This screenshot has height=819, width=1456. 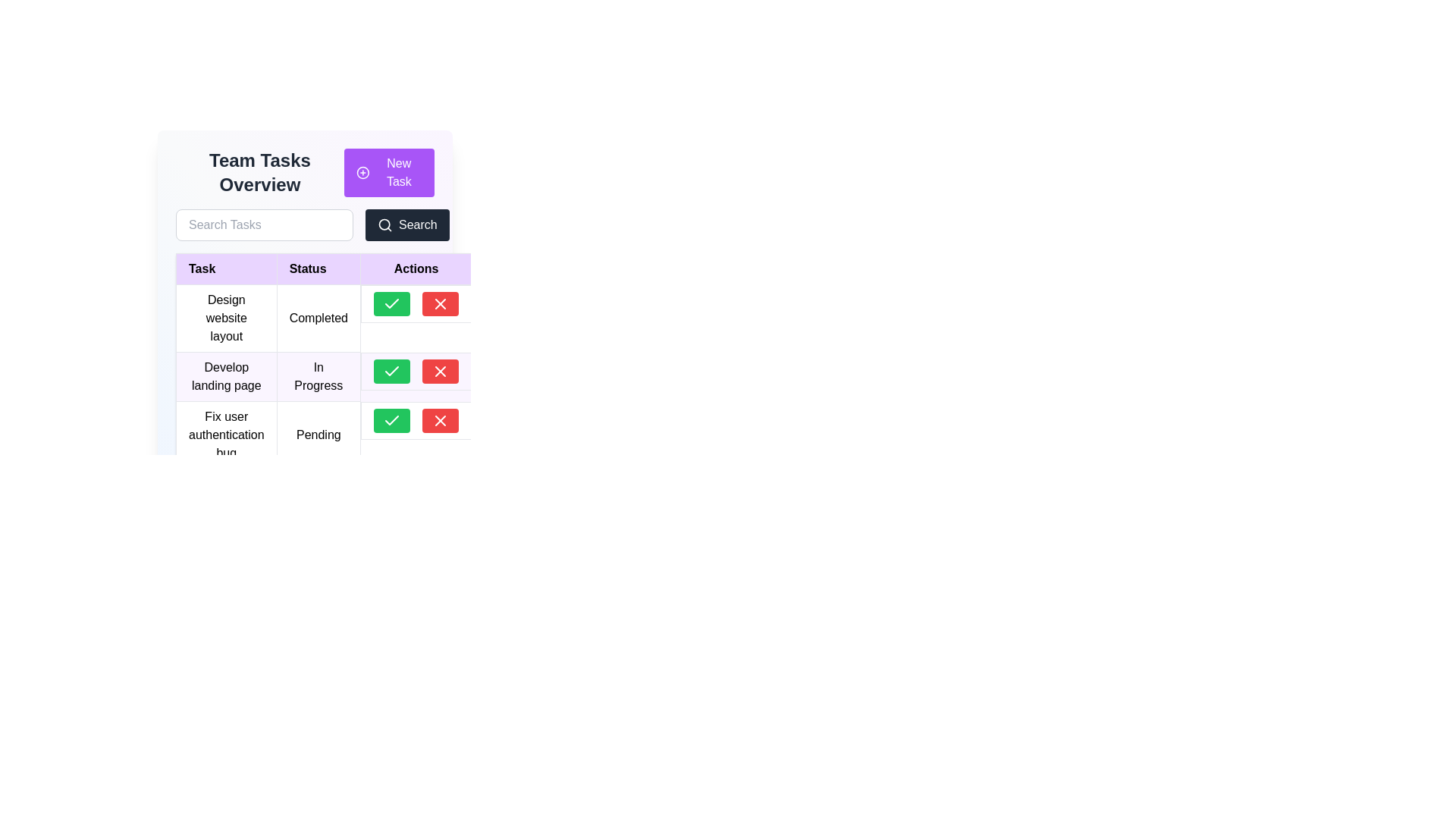 What do you see at coordinates (439, 304) in the screenshot?
I see `the delete or close icon button located in the 'Actions' column of the table for the task 'Design website layout', positioned at the far right of its row, next to a green checkmark icon` at bounding box center [439, 304].